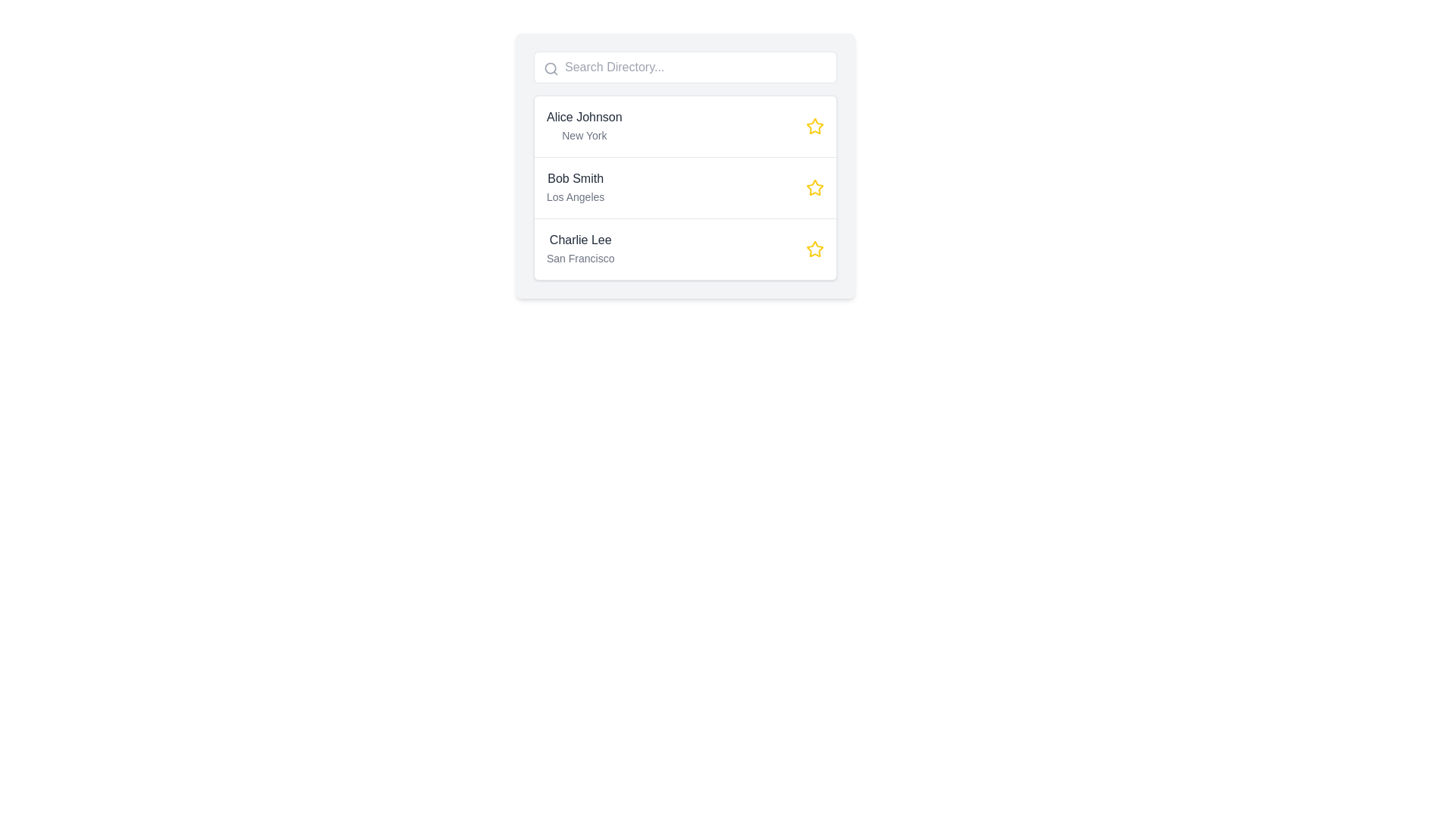  Describe the element at coordinates (684, 125) in the screenshot. I see `the first list item entry for 'Alice Johnson' located at the top of the directory listing` at that location.